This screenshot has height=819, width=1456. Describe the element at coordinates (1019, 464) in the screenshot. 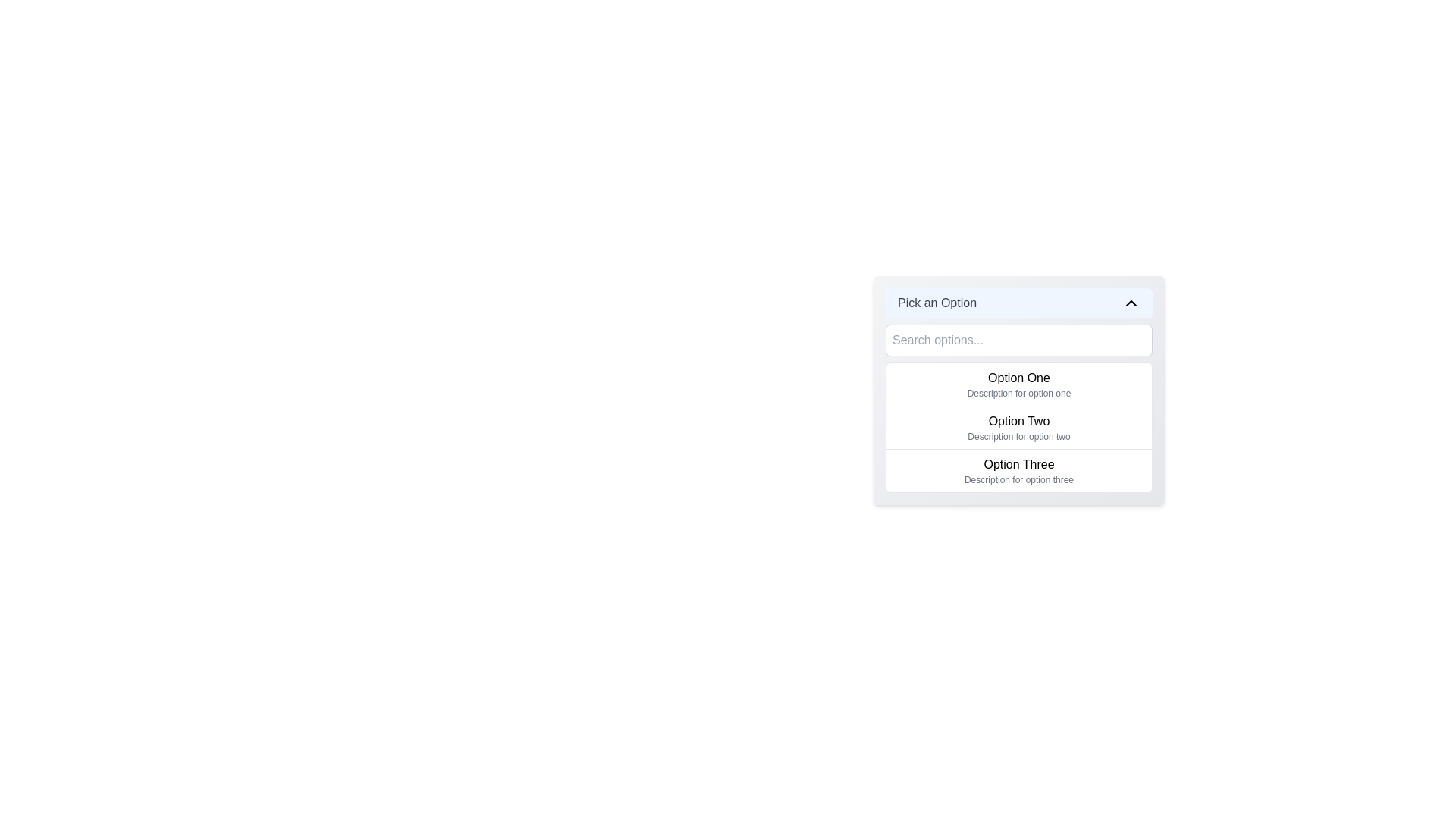

I see `the text label that reads 'Option Three', which is centrally positioned within the dropdown menu as the third option` at that location.